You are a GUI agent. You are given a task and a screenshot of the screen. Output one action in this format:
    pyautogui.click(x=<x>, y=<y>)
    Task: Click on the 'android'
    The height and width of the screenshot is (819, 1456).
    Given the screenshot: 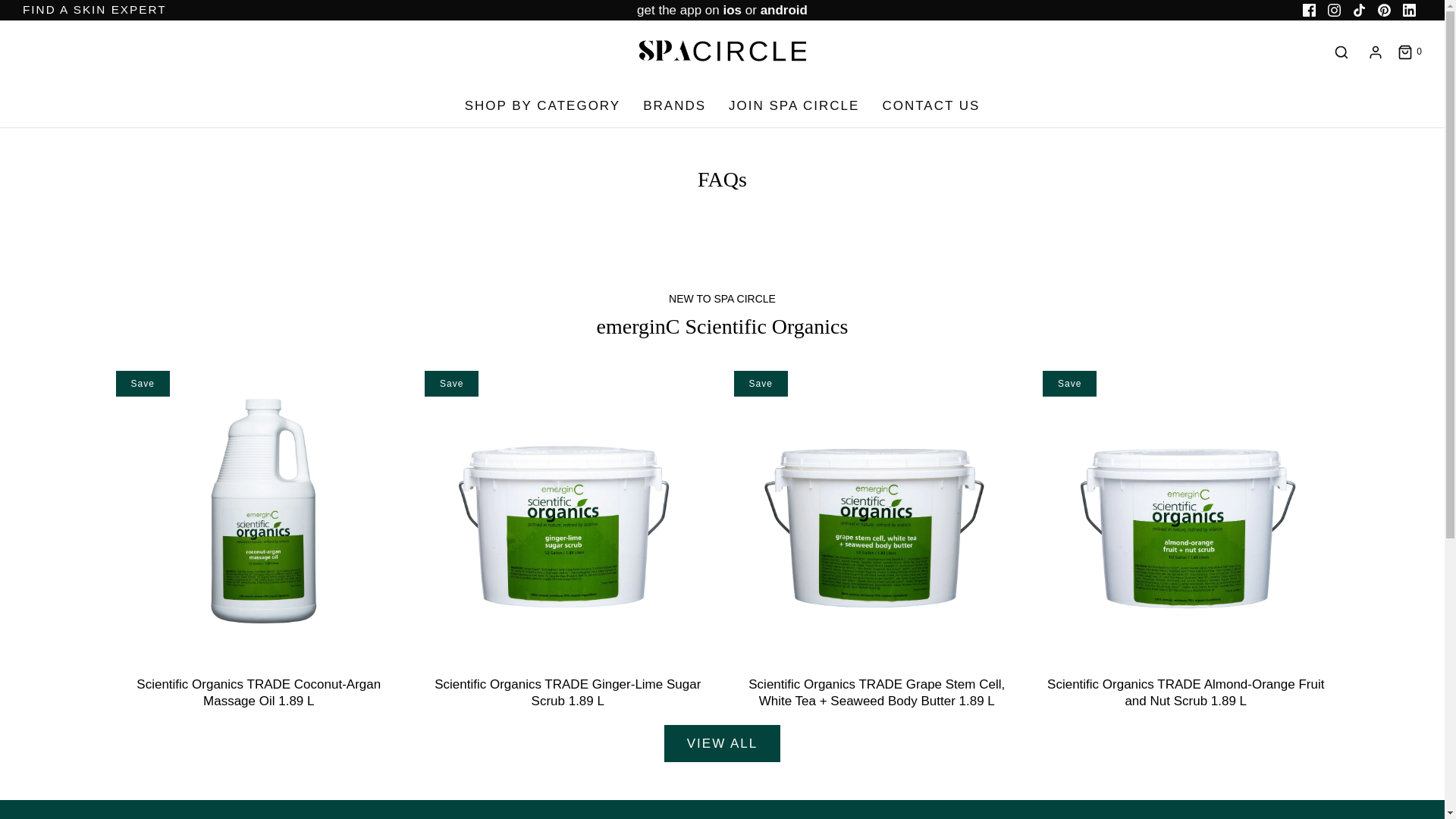 What is the action you would take?
    pyautogui.click(x=783, y=10)
    